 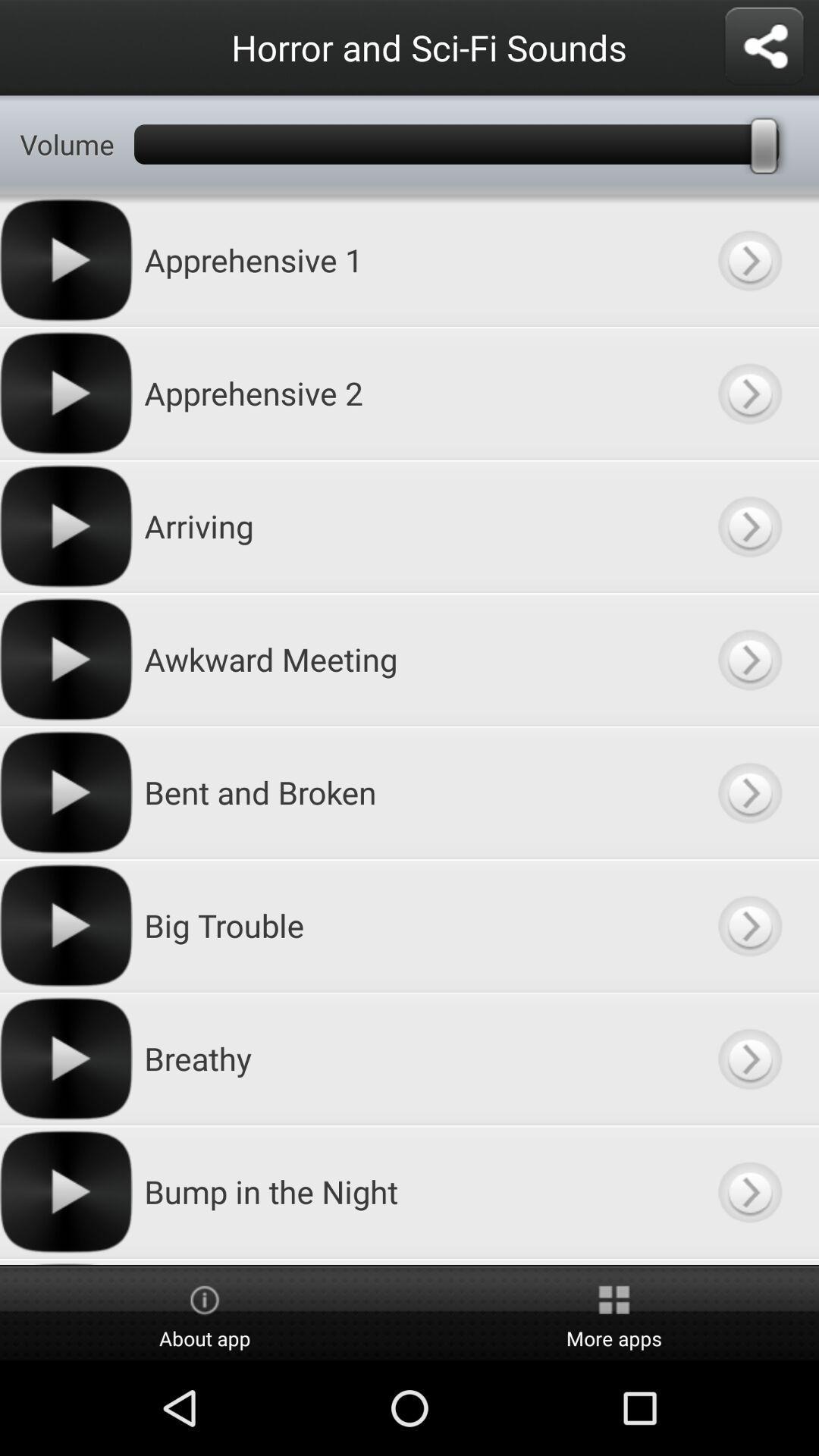 I want to click on option, so click(x=748, y=1191).